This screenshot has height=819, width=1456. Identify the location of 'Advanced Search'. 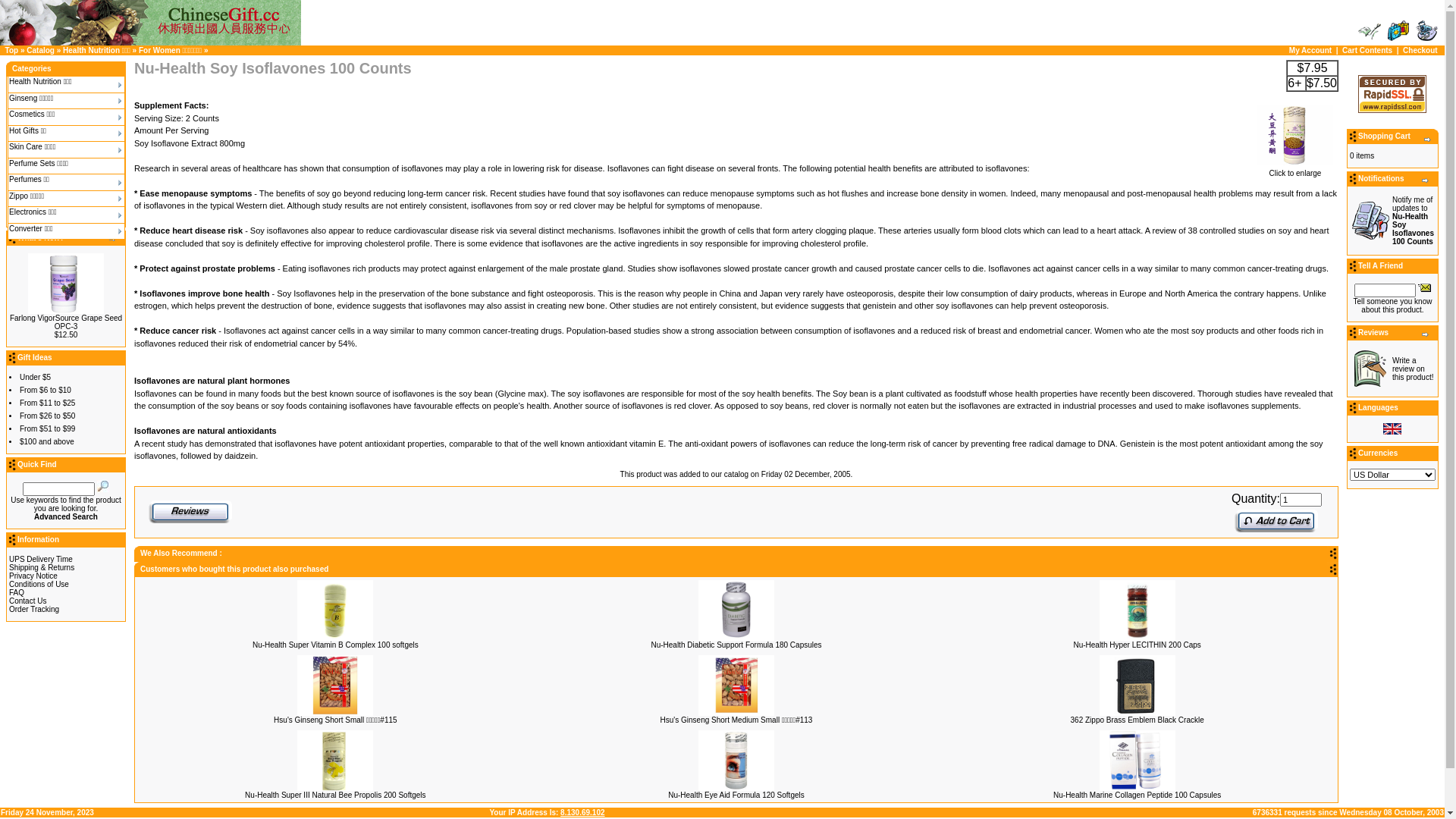
(64, 516).